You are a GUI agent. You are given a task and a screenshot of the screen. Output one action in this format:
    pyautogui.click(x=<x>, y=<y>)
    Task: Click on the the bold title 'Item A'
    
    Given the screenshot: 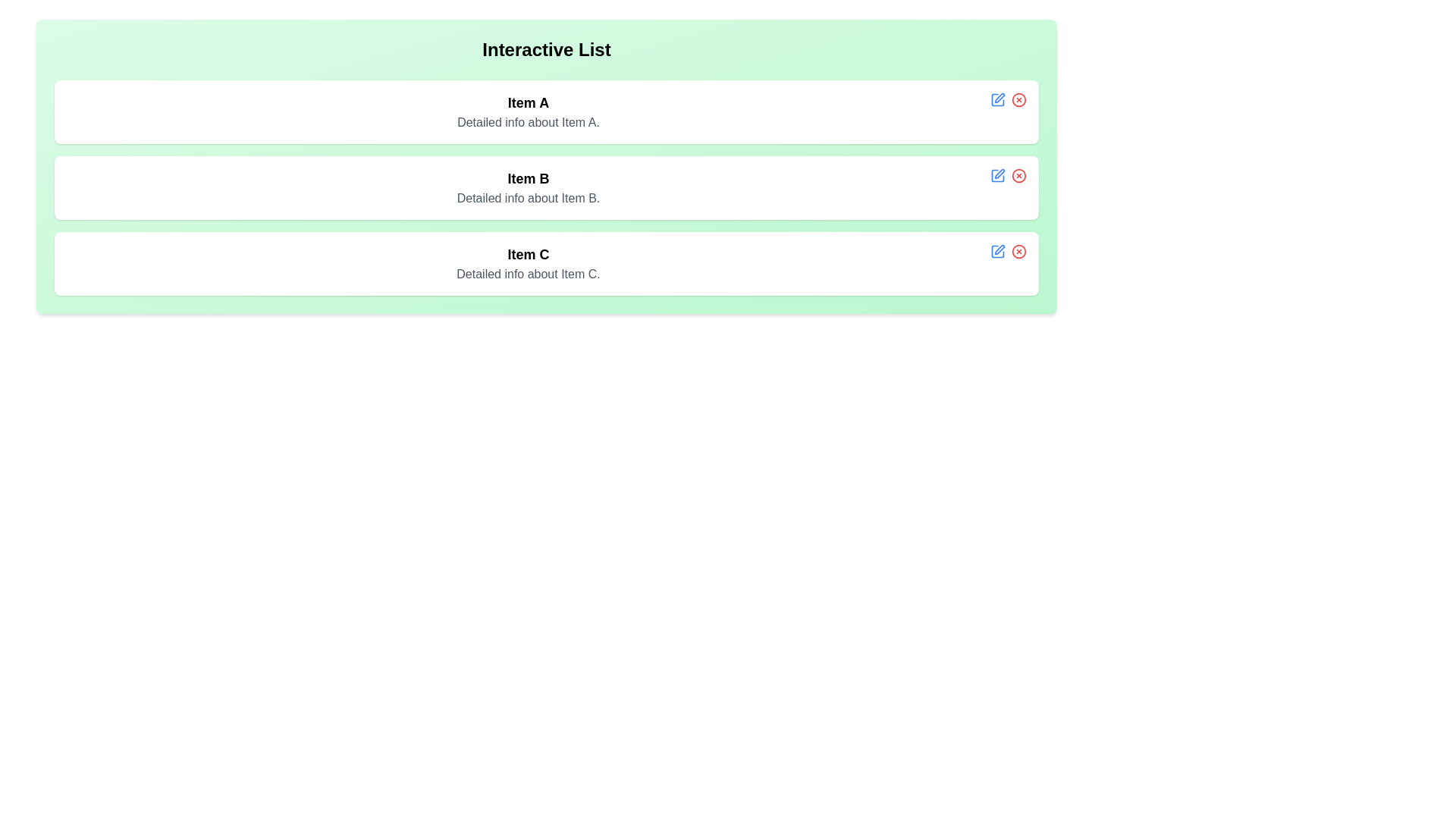 What is the action you would take?
    pyautogui.click(x=528, y=111)
    